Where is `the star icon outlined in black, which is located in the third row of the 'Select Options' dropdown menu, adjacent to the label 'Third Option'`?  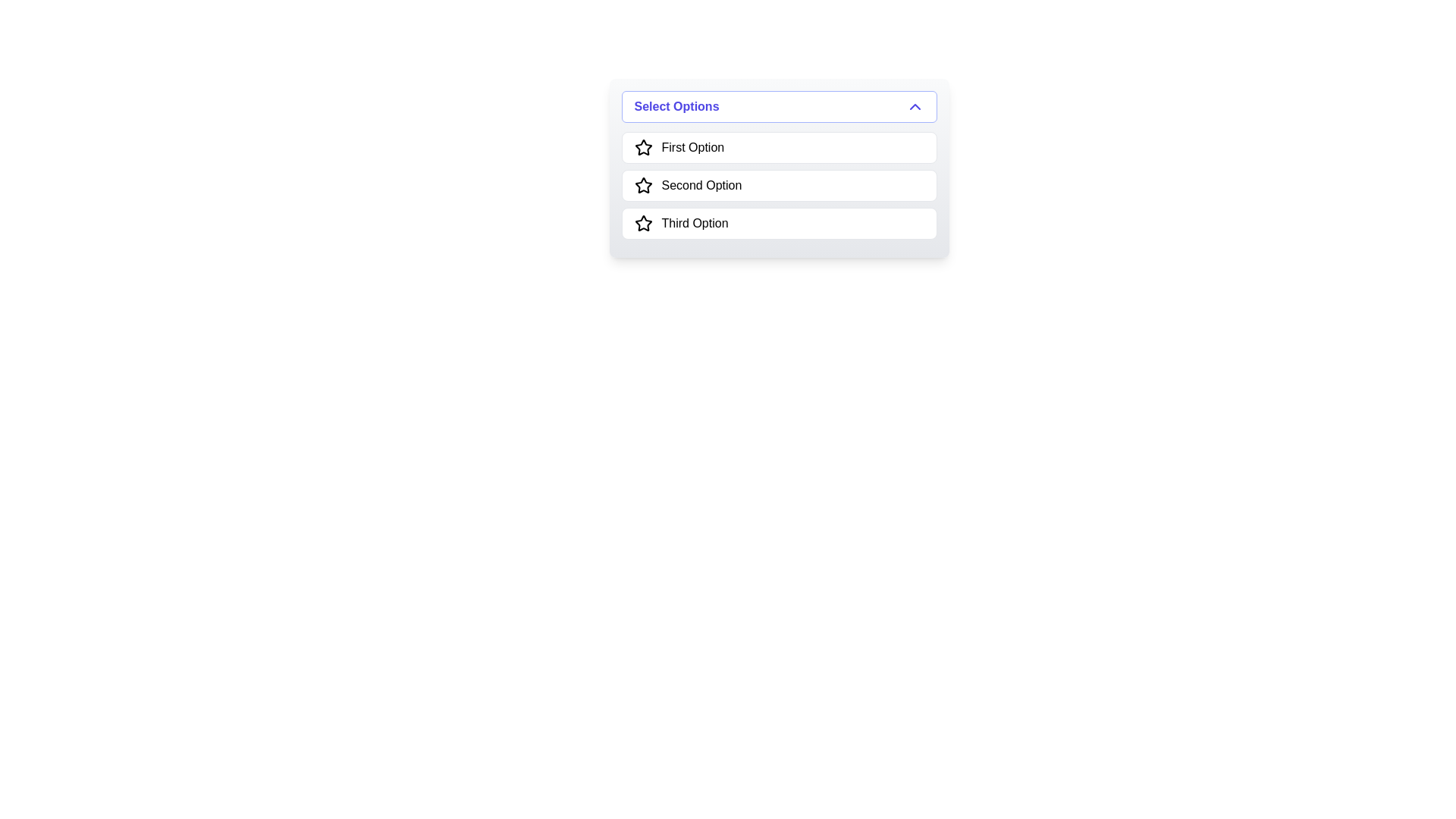 the star icon outlined in black, which is located in the third row of the 'Select Options' dropdown menu, adjacent to the label 'Third Option' is located at coordinates (643, 223).